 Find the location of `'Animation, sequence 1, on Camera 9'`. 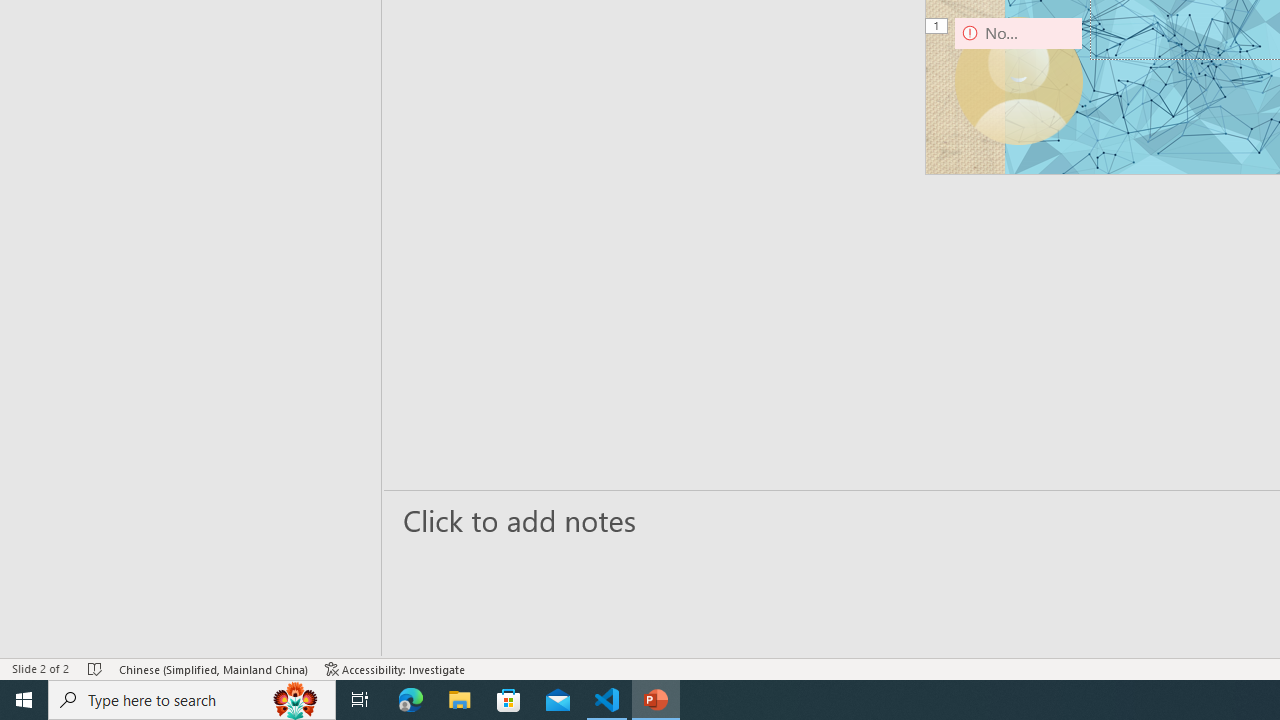

'Animation, sequence 1, on Camera 9' is located at coordinates (937, 27).